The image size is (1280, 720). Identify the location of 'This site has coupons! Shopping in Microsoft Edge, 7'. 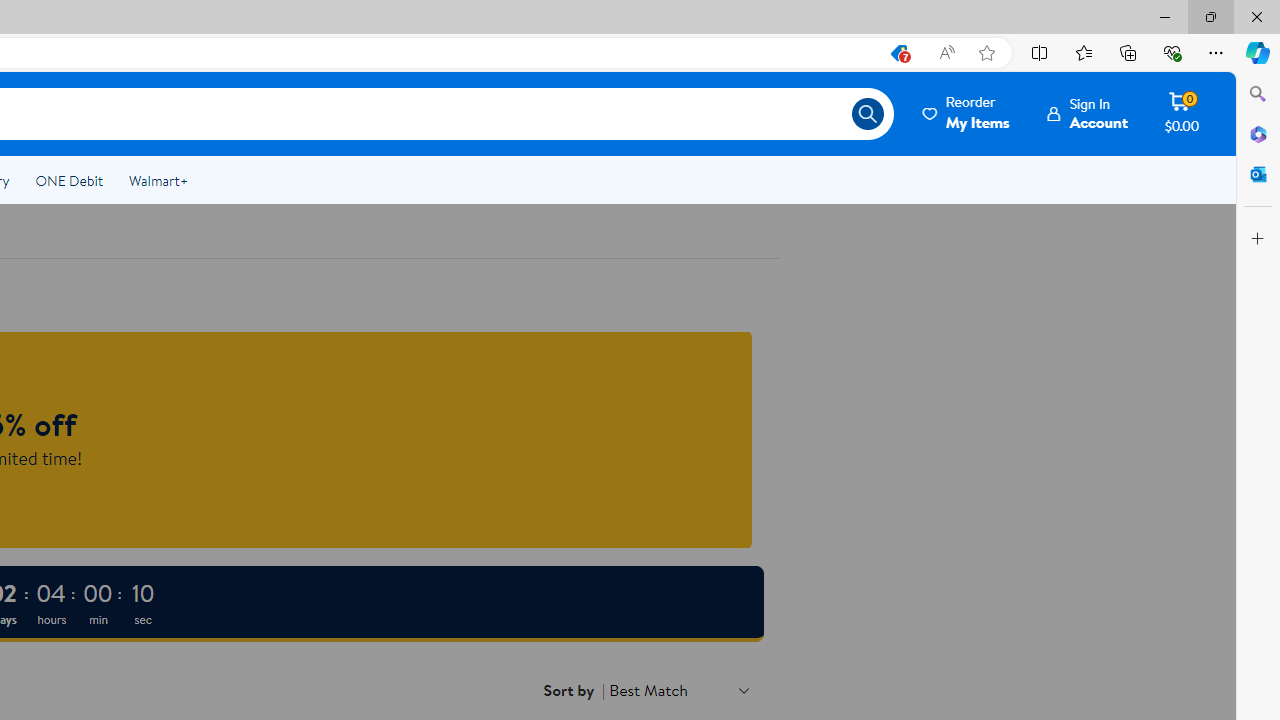
(897, 52).